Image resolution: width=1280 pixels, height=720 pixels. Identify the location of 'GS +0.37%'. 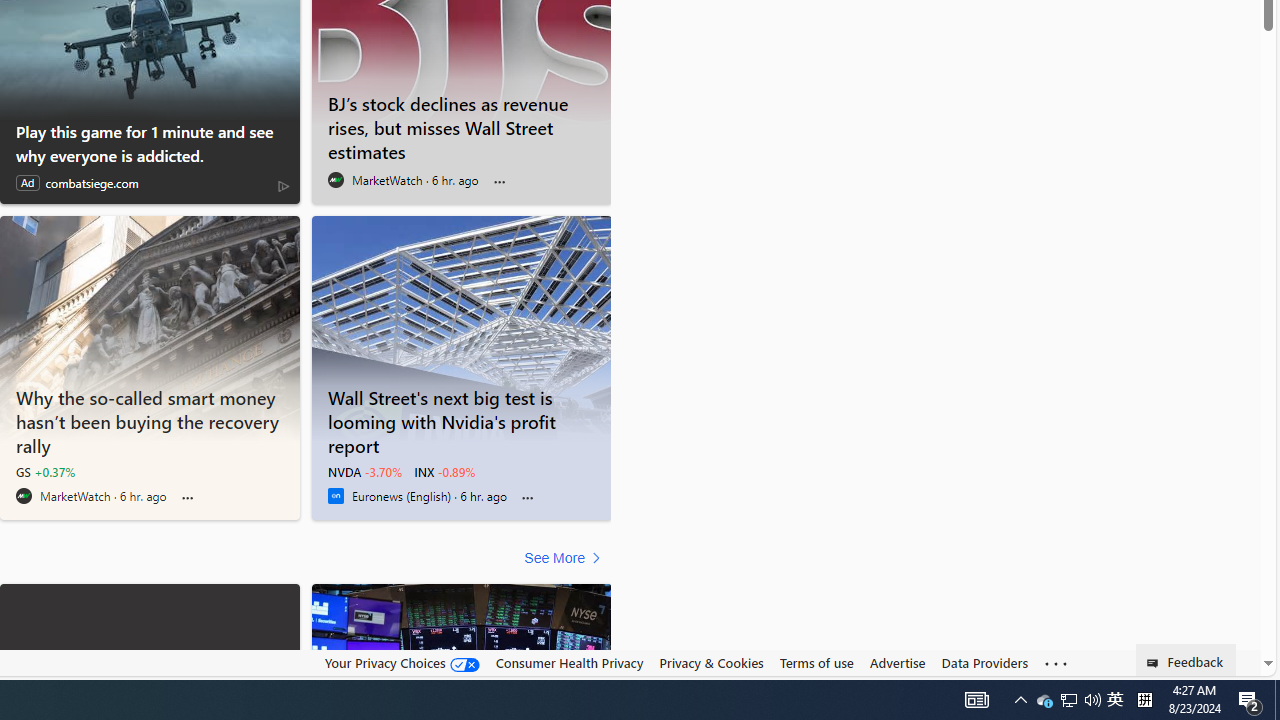
(45, 471).